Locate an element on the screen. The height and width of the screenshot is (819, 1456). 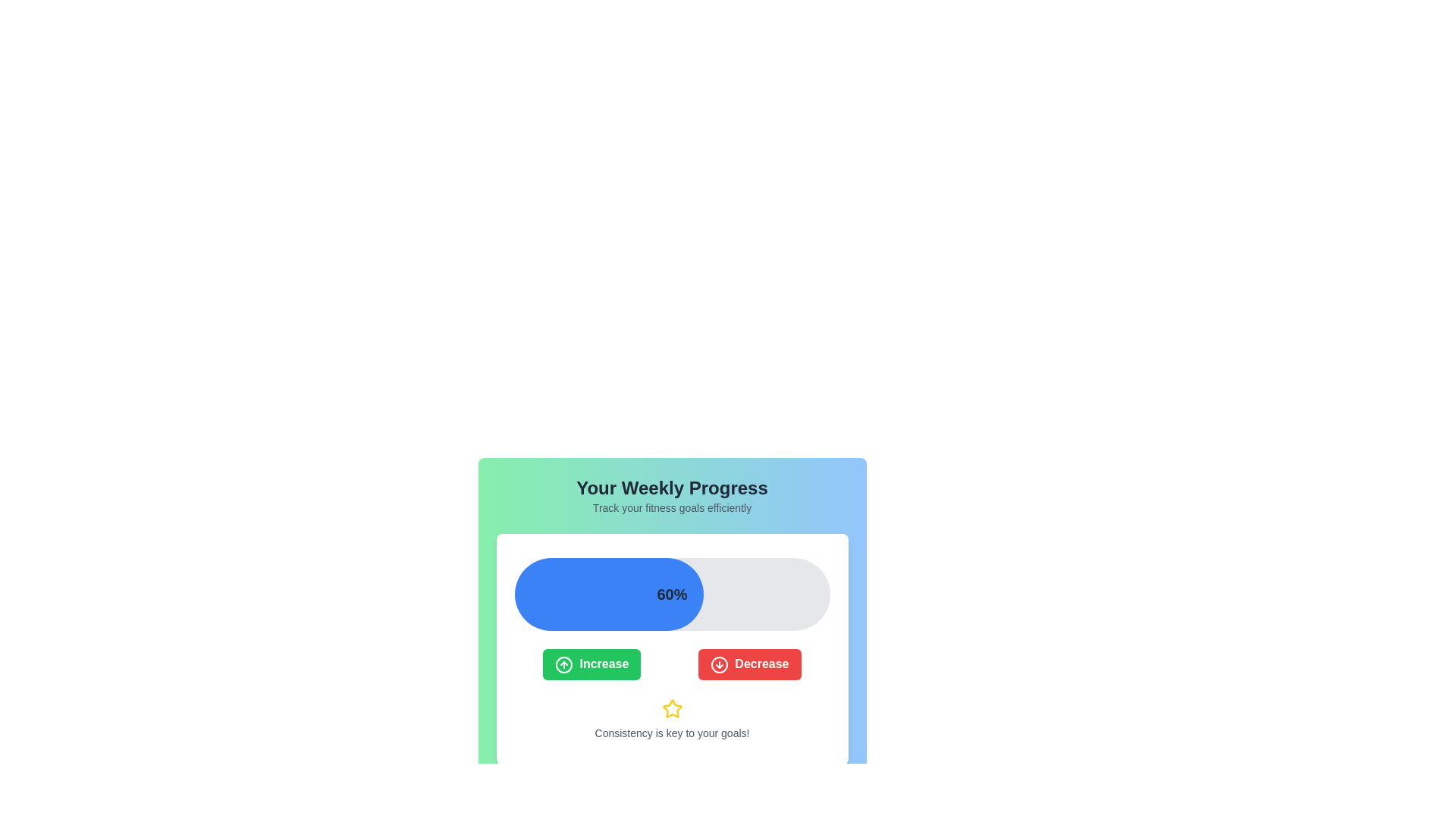
Heading text element located at the top of the section, which serves as a title indicating the content or purpose of the section is located at coordinates (671, 488).